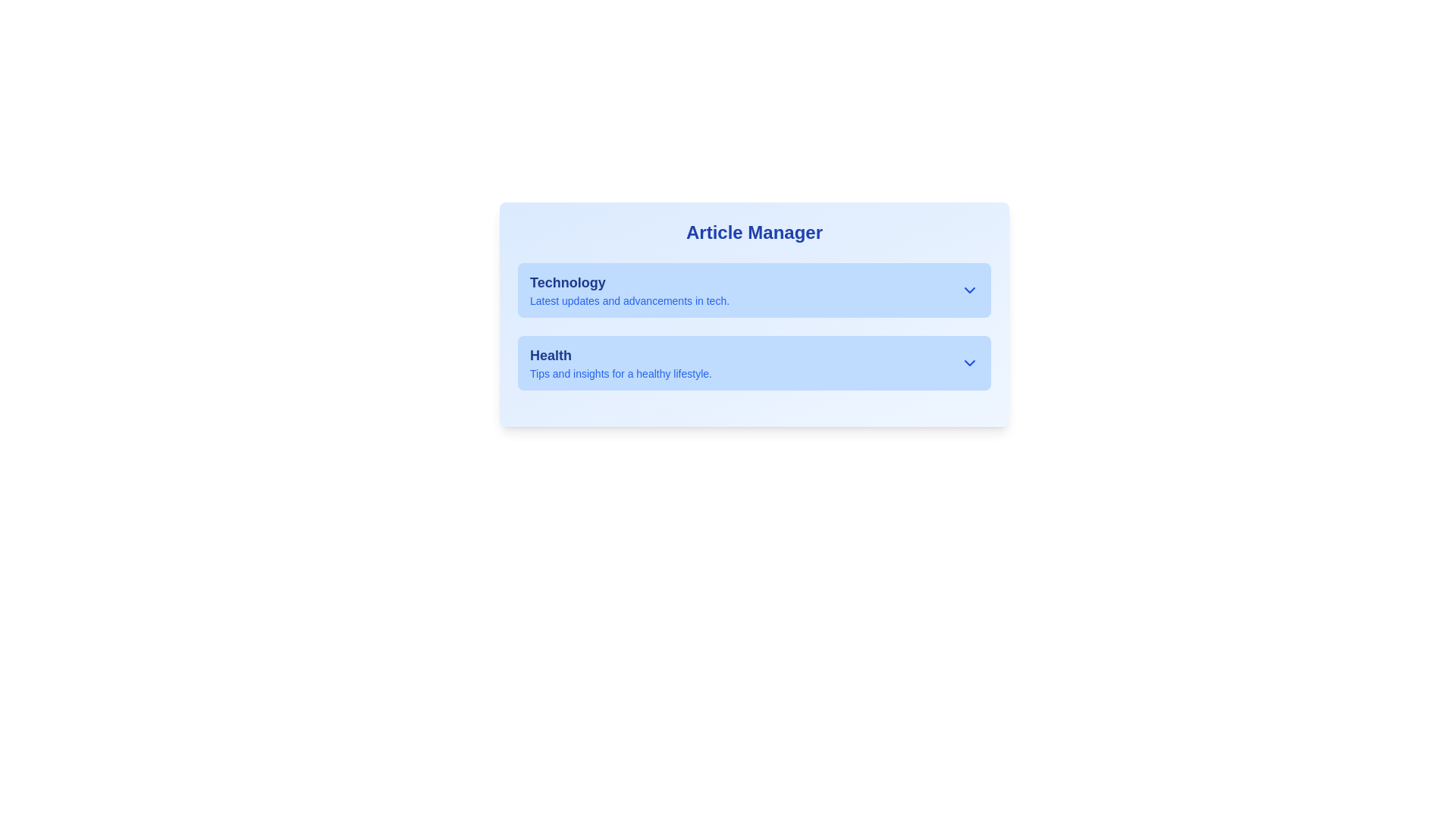 This screenshot has width=1456, height=819. What do you see at coordinates (620, 362) in the screenshot?
I see `text block located in the 'Article Manager' interface, which serves as a title and brief description for health topics, positioned below the 'Technology' section` at bounding box center [620, 362].